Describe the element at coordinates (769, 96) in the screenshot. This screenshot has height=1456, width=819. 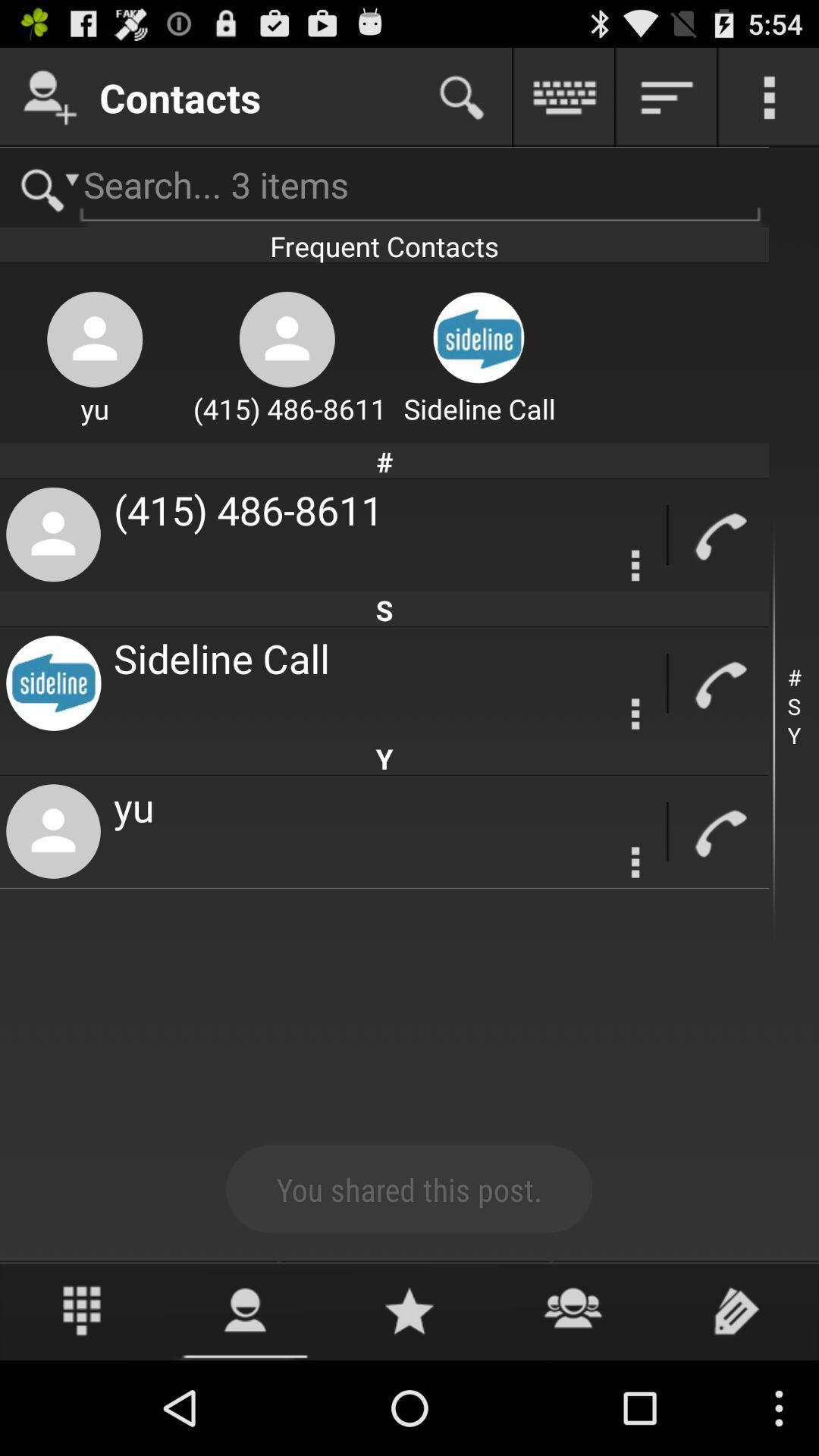
I see `open the menu` at that location.